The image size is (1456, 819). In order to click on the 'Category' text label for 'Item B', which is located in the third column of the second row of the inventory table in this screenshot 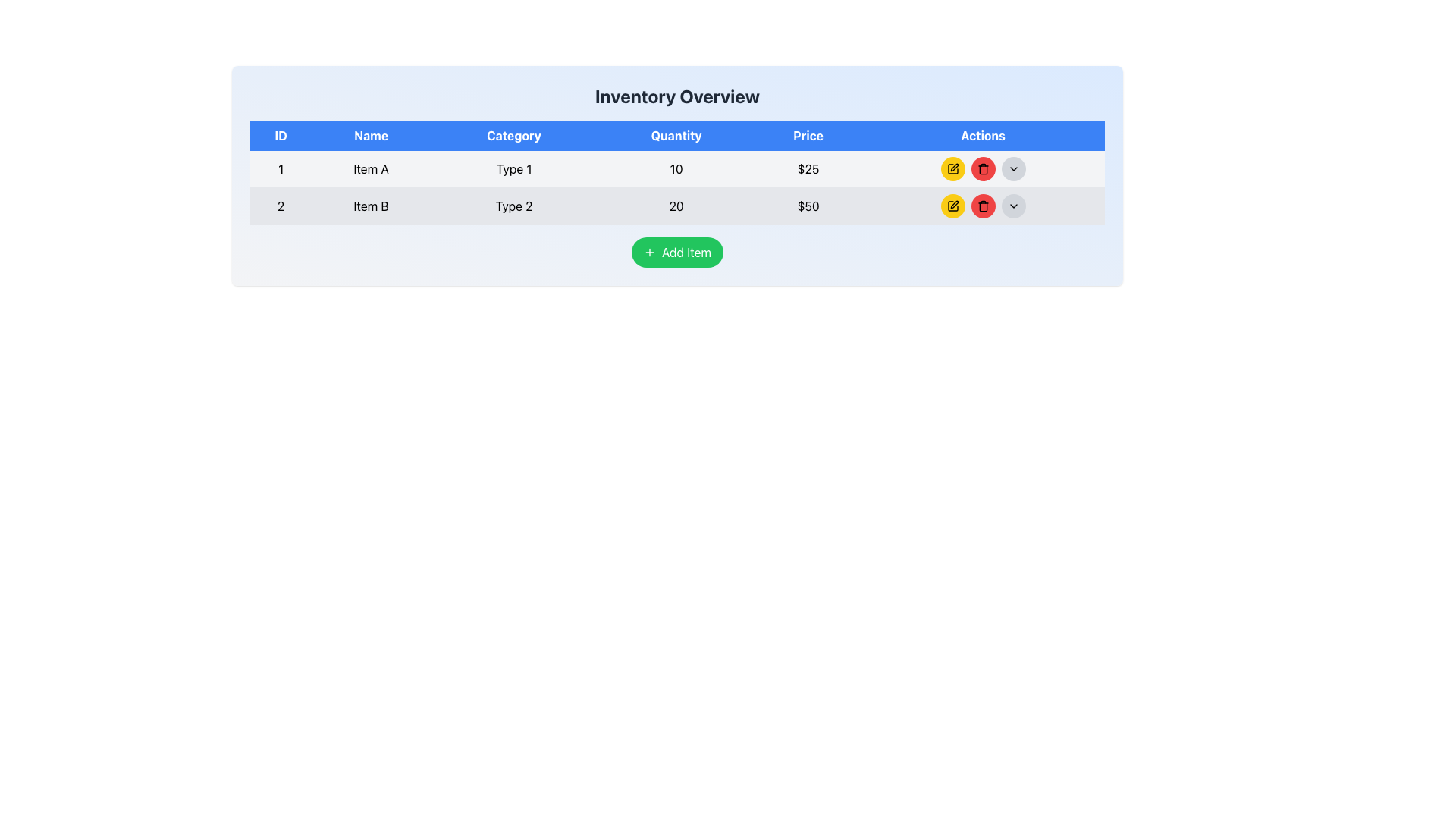, I will do `click(514, 206)`.